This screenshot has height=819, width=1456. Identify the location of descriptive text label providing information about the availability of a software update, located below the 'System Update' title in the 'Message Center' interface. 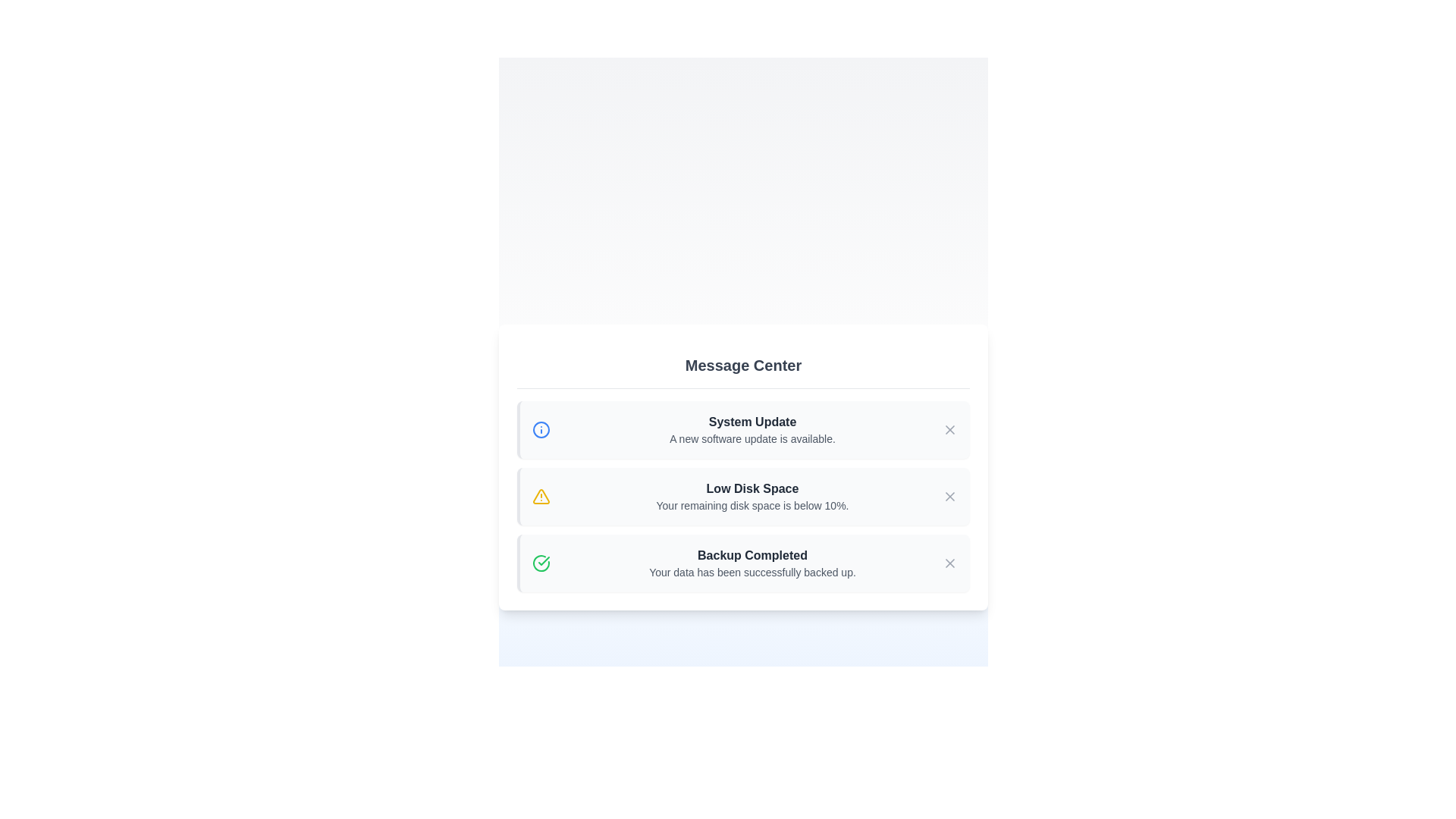
(752, 438).